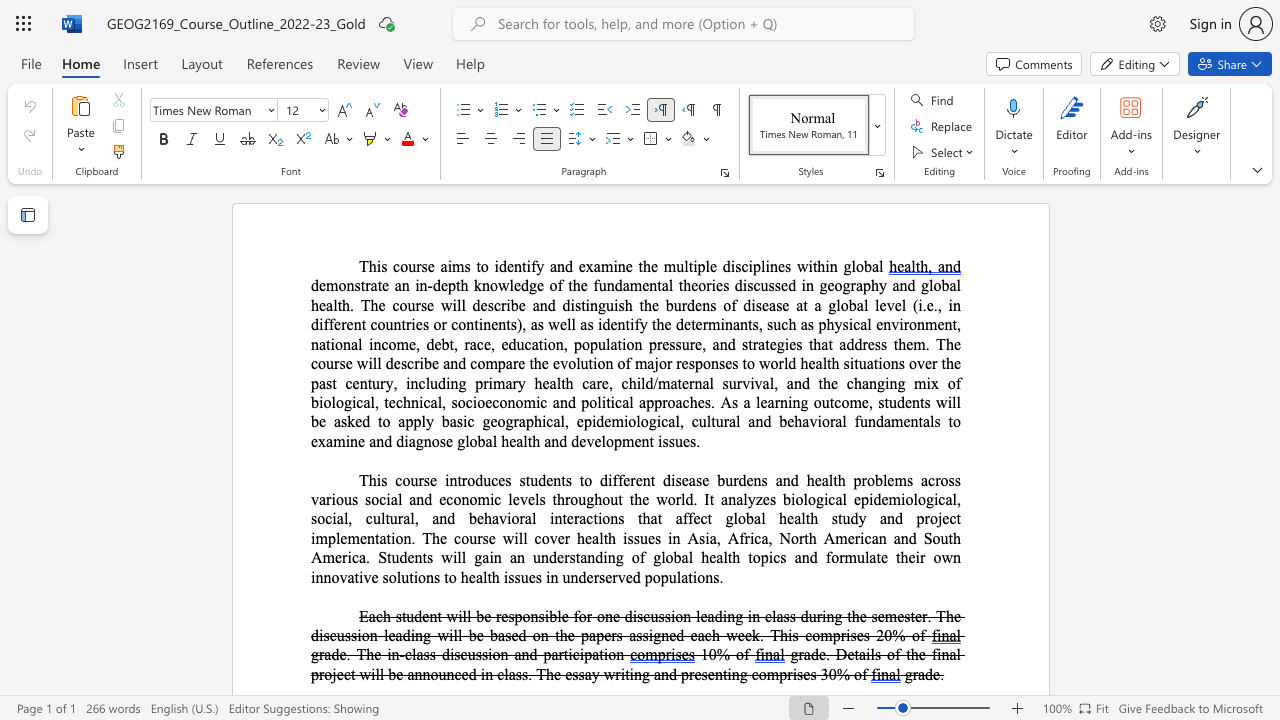  Describe the element at coordinates (481, 402) in the screenshot. I see `the 2th character "o" in the text` at that location.